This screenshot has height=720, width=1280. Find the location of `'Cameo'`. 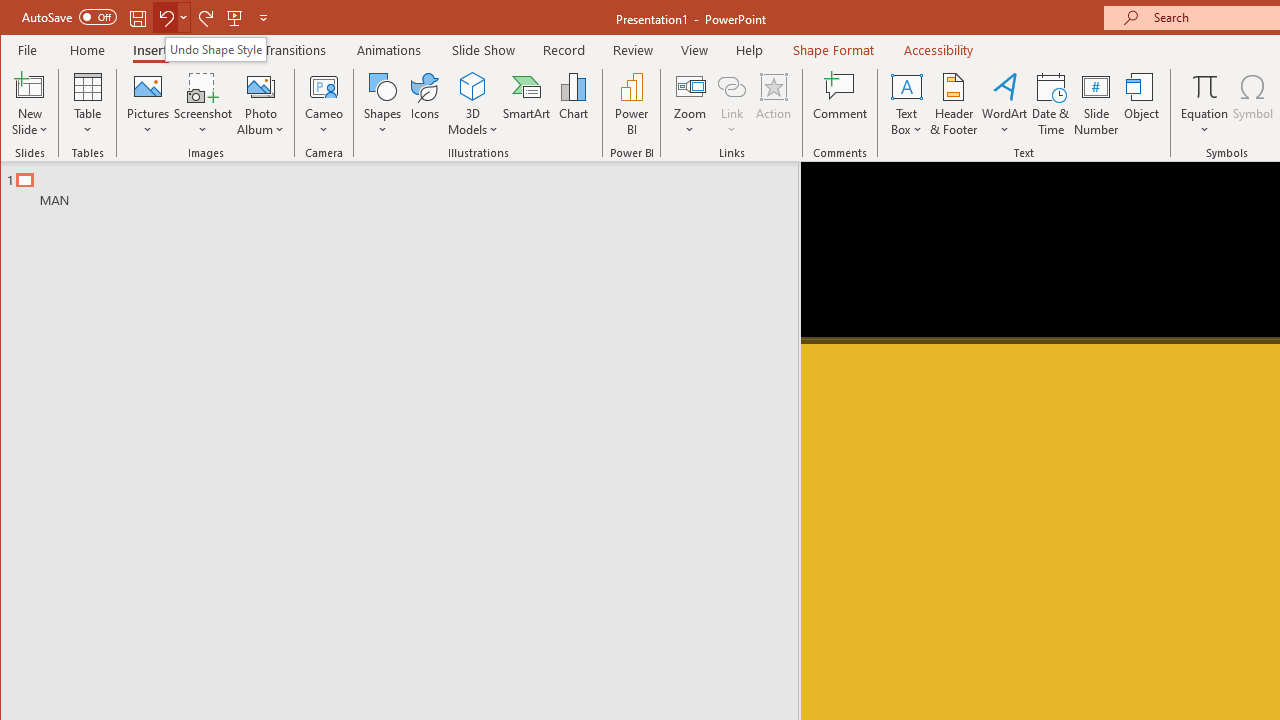

'Cameo' is located at coordinates (324, 104).